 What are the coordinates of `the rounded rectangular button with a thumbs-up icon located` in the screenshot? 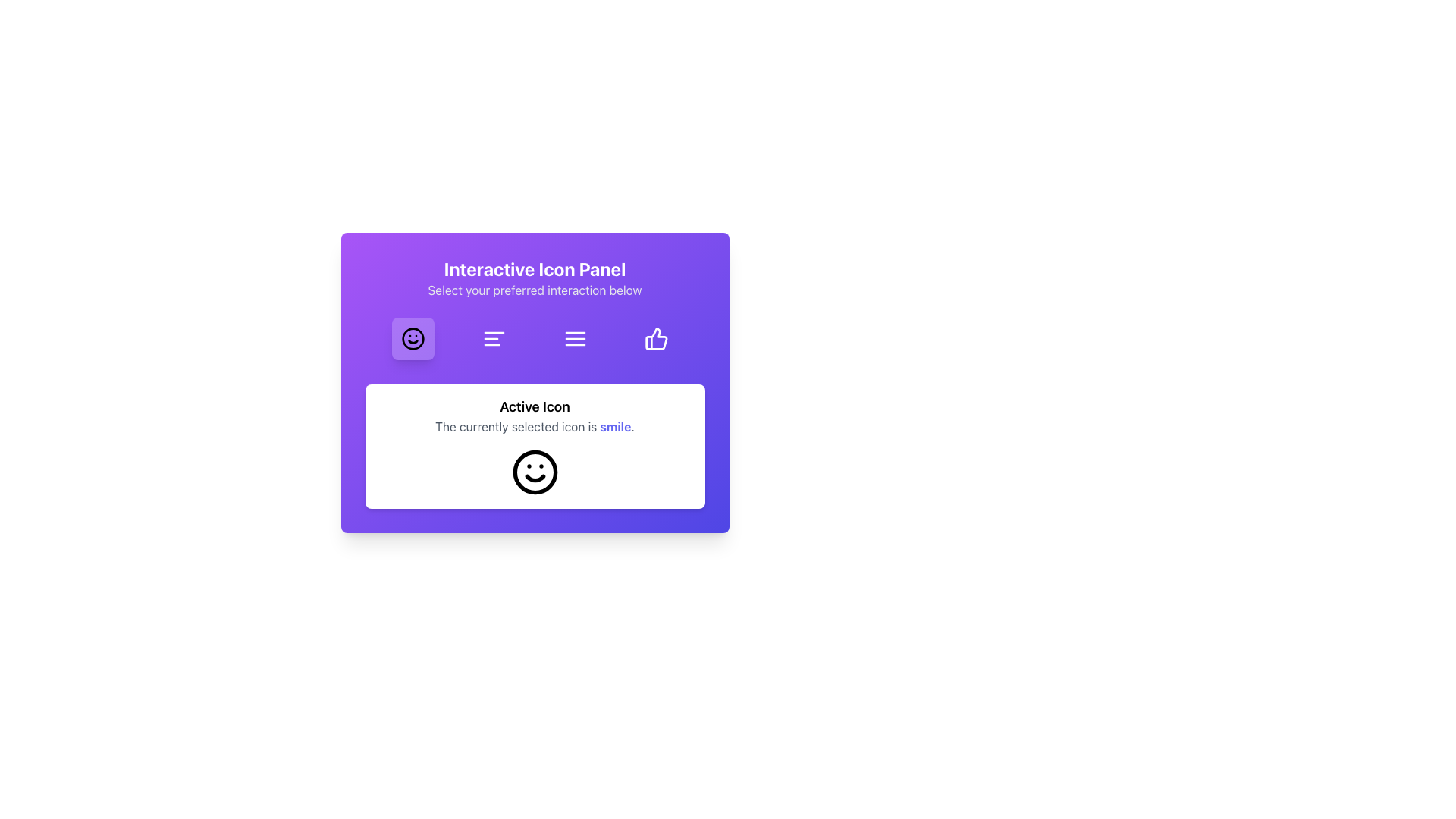 It's located at (657, 338).